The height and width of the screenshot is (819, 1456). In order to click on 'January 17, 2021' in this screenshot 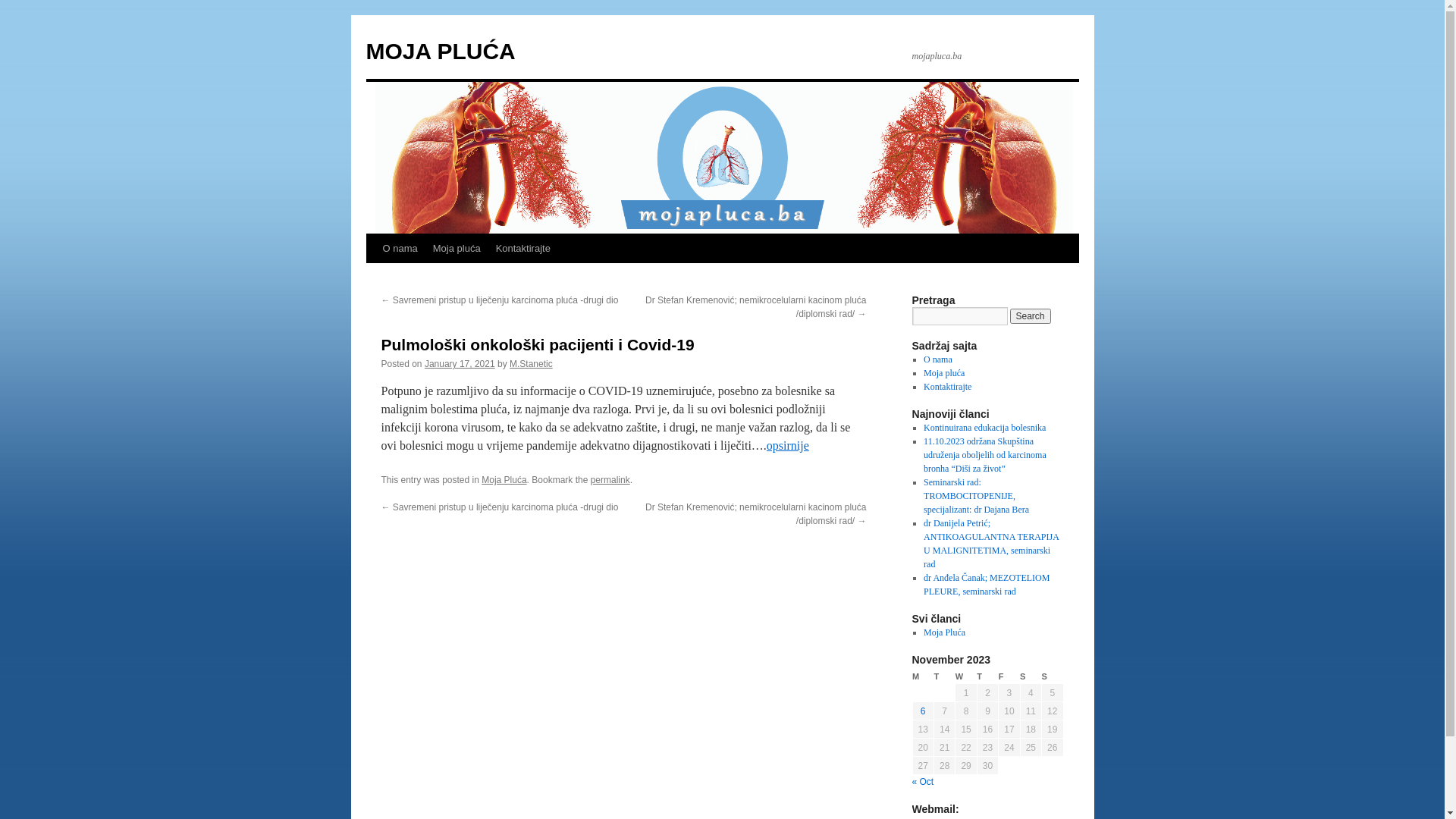, I will do `click(425, 363)`.